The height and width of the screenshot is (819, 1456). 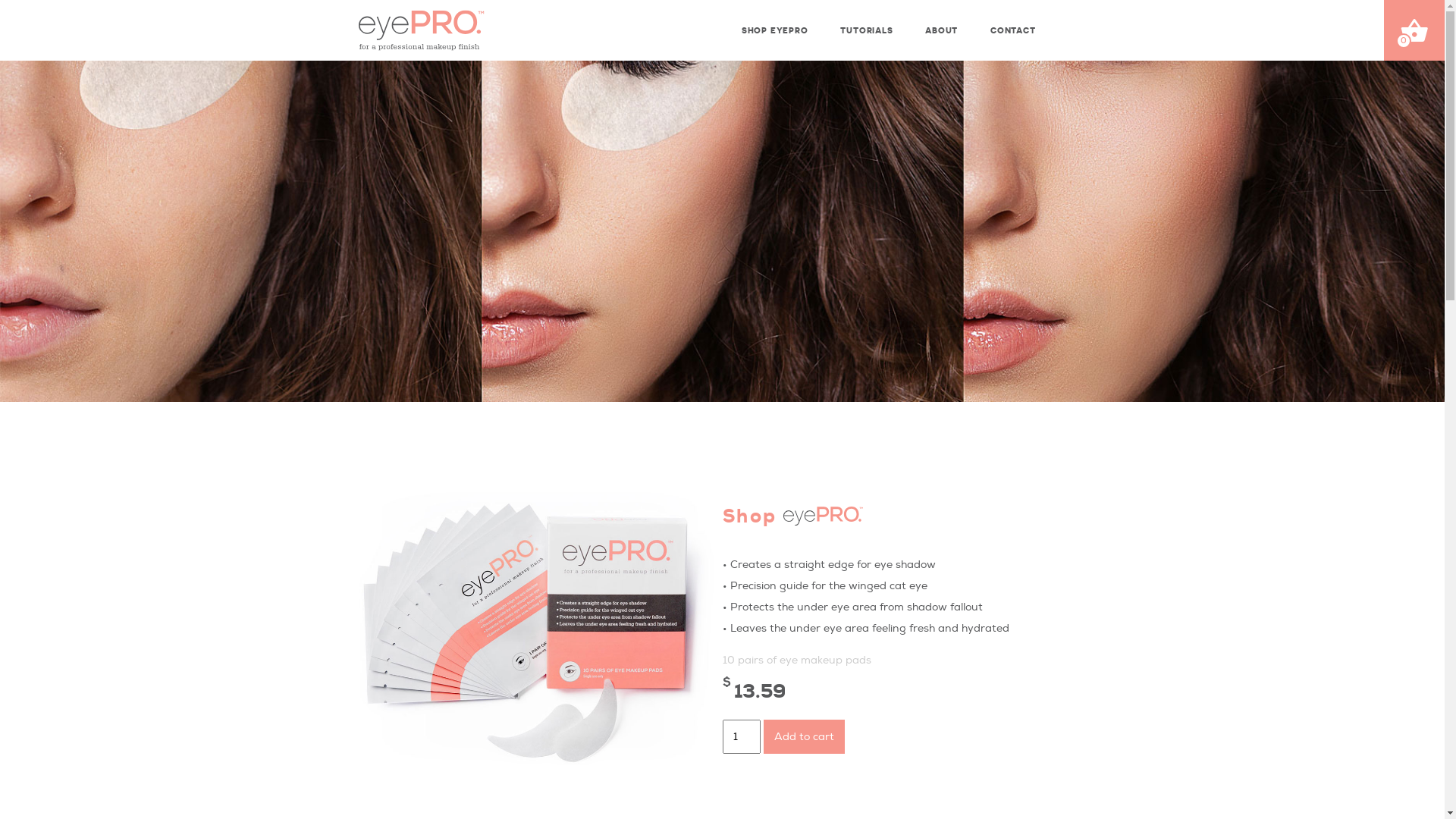 I want to click on 'TUTORIALS', so click(x=864, y=25).